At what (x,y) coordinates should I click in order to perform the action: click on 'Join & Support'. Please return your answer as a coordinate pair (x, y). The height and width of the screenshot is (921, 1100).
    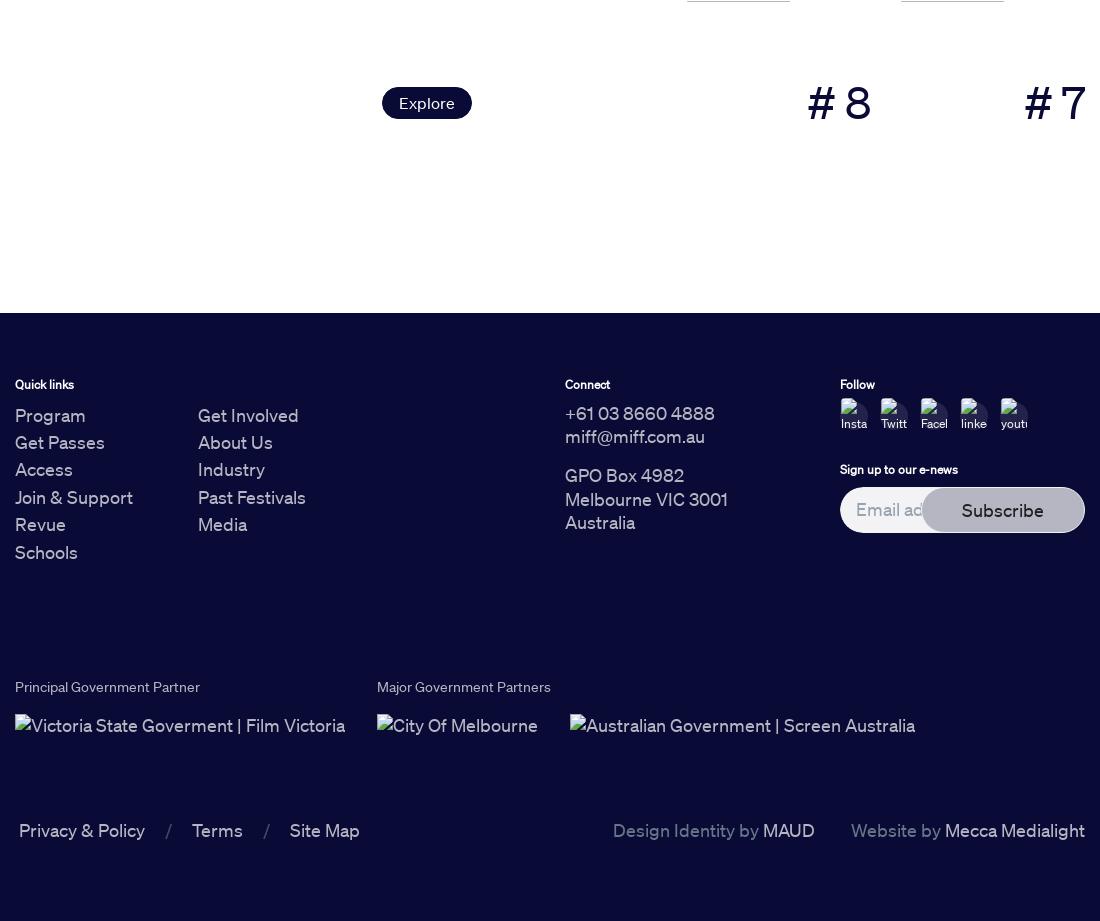
    Looking at the image, I should click on (74, 494).